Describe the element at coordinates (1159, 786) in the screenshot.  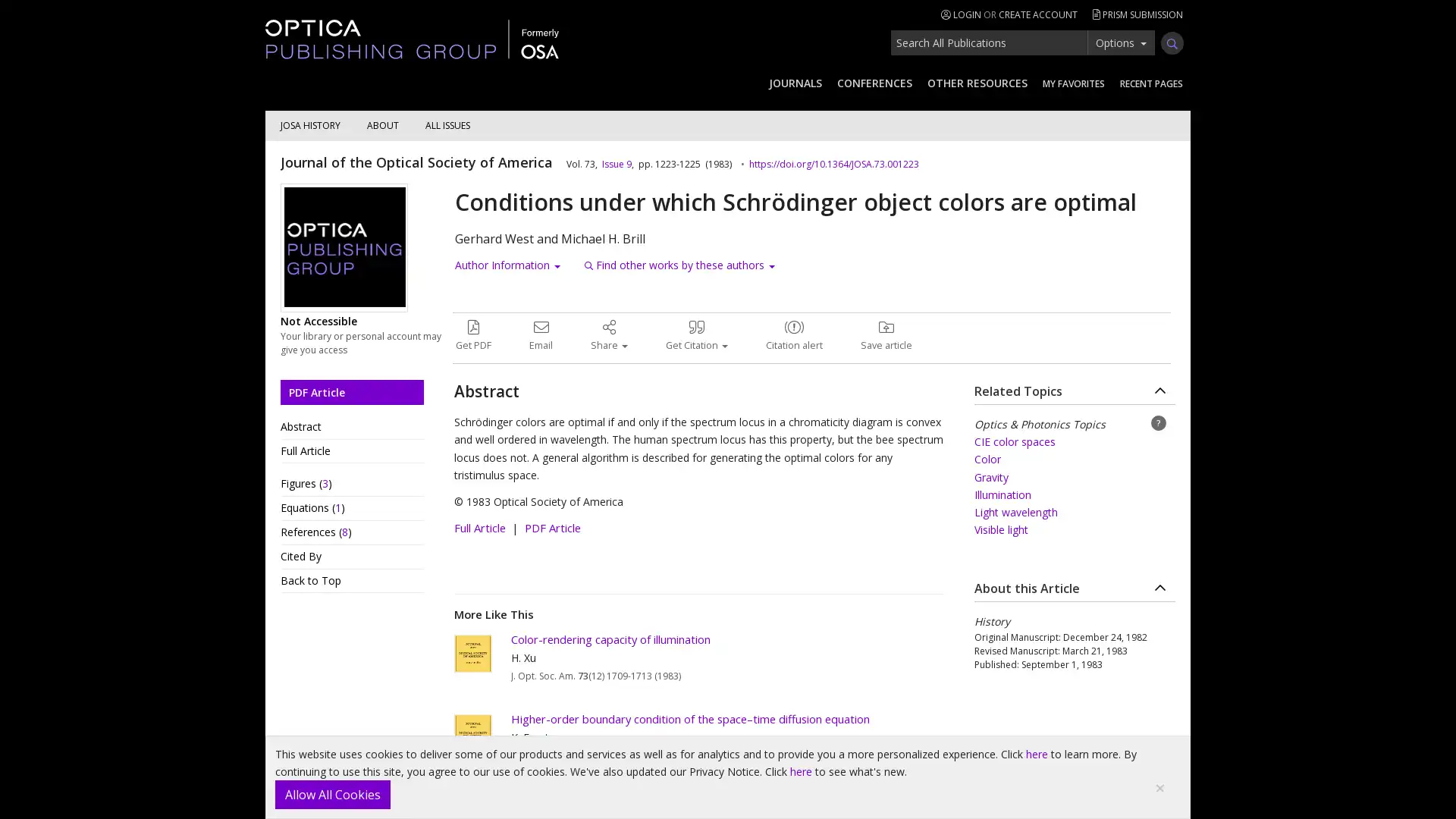
I see `close` at that location.